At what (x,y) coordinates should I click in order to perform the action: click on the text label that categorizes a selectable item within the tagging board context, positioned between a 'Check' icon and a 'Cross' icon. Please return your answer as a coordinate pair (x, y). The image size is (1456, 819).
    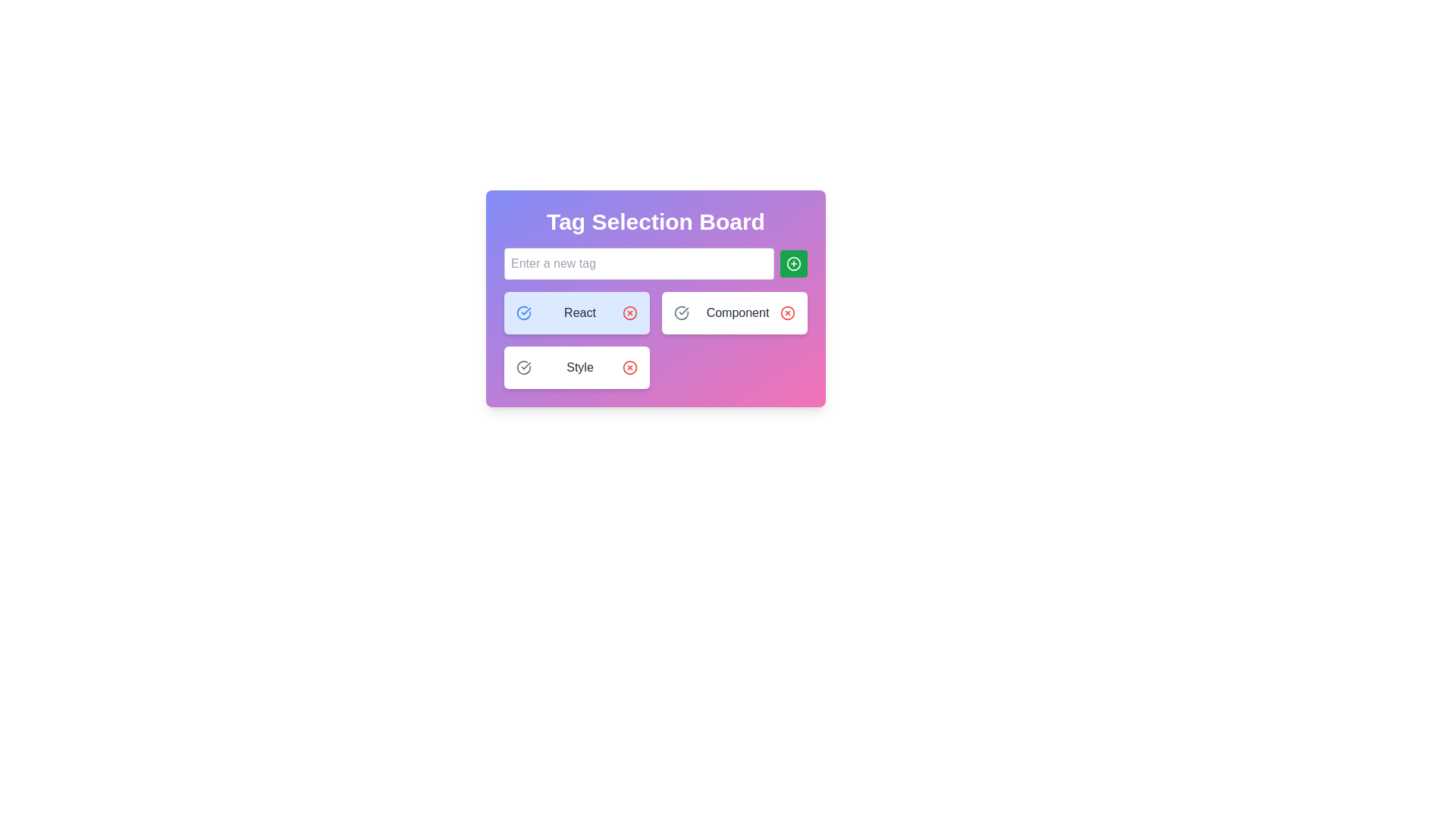
    Looking at the image, I should click on (738, 312).